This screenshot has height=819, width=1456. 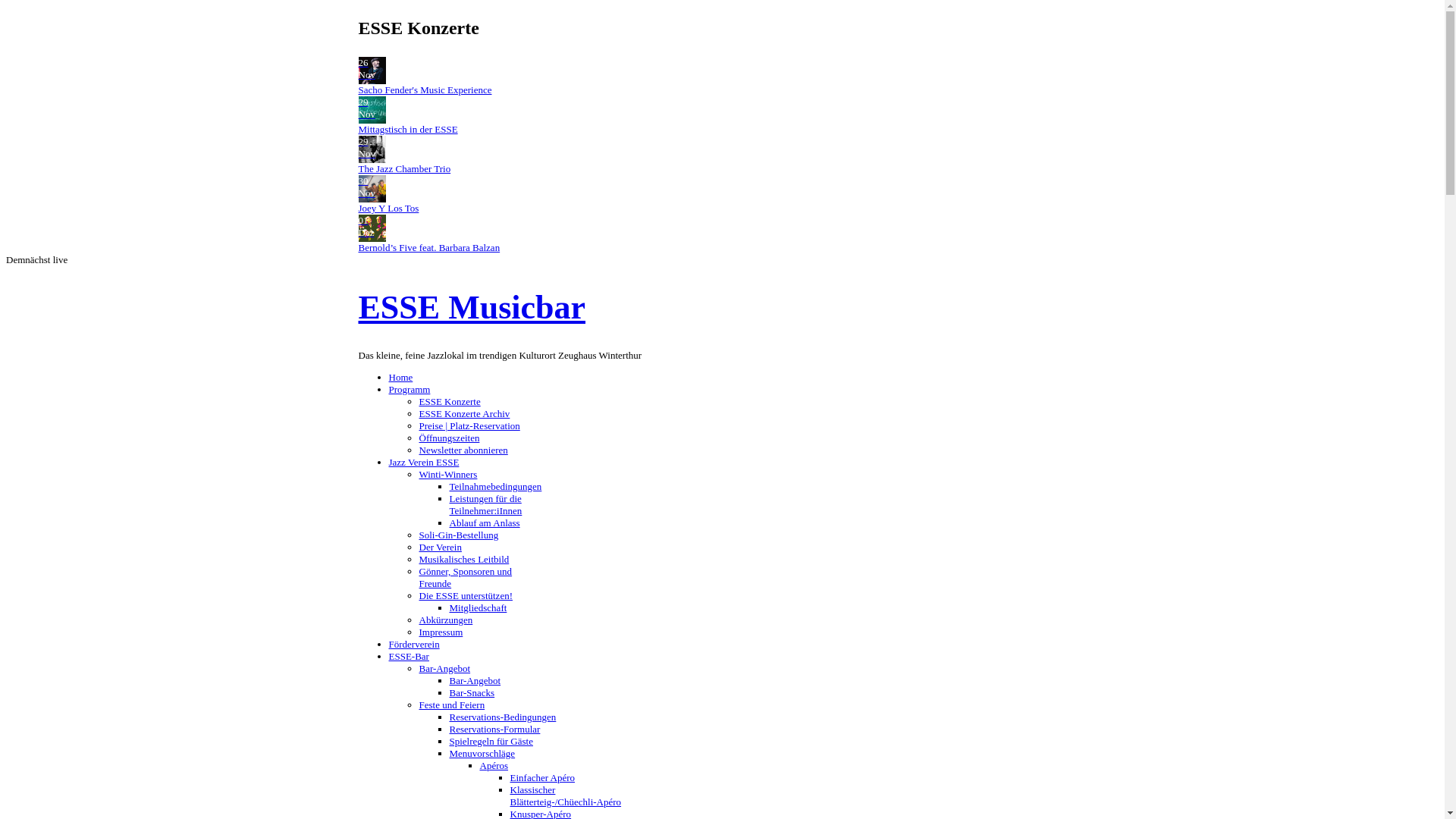 I want to click on 'Bar-Angebot', so click(x=473, y=679).